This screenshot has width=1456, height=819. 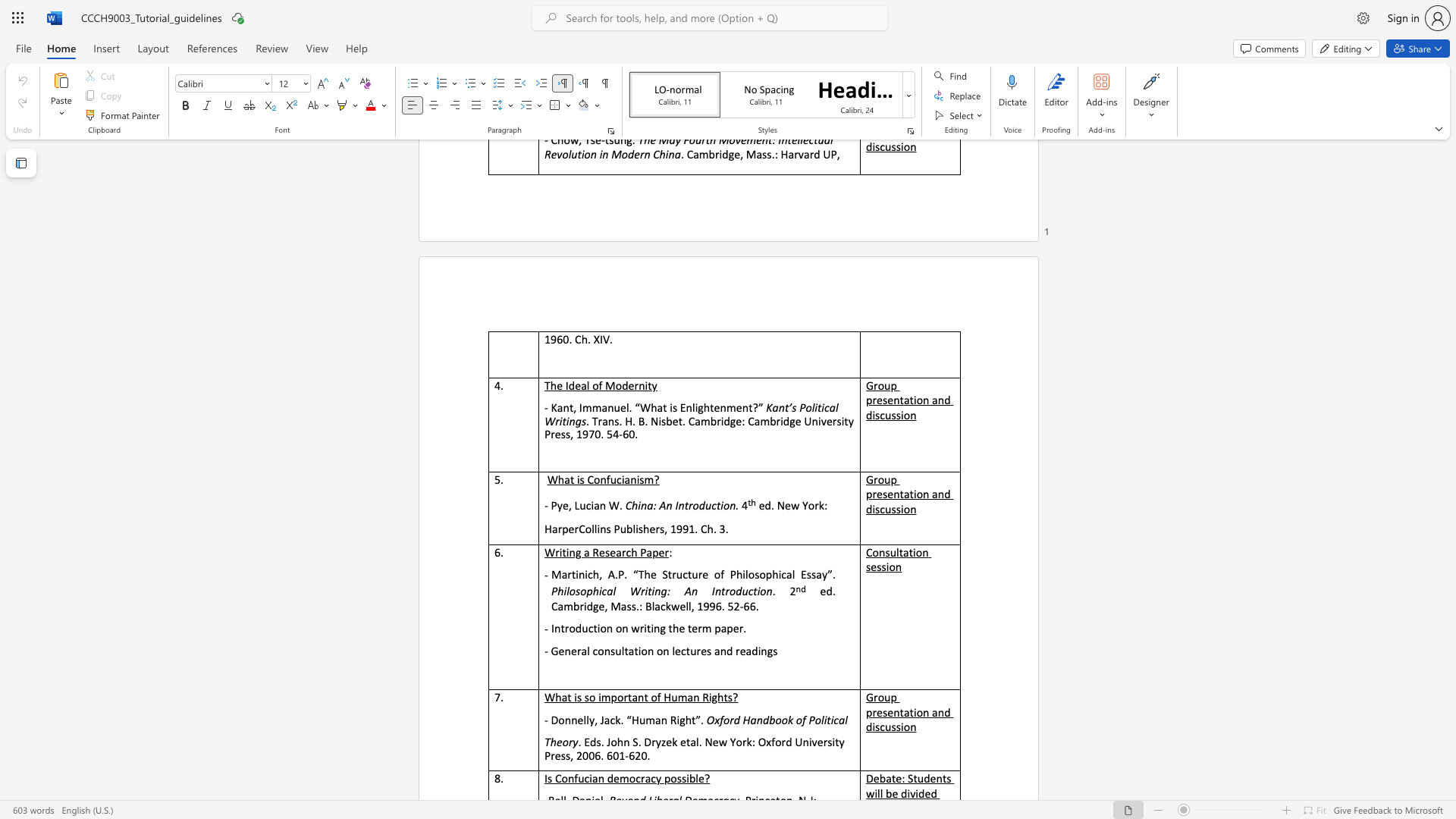 What do you see at coordinates (893, 711) in the screenshot?
I see `the subset text "ntation a" within the text "Group presentation and discussion"` at bounding box center [893, 711].